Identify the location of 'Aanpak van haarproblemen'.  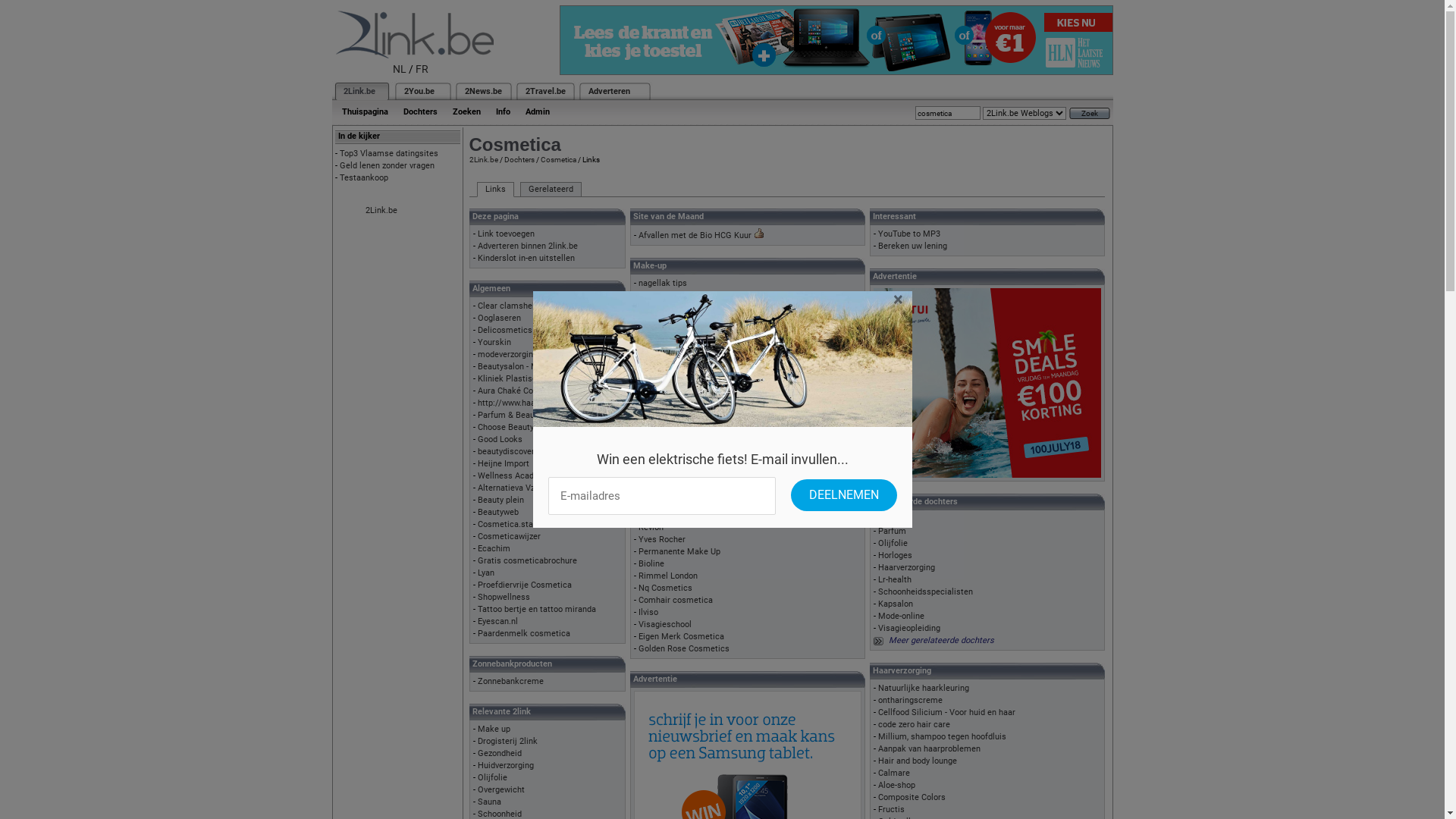
(928, 748).